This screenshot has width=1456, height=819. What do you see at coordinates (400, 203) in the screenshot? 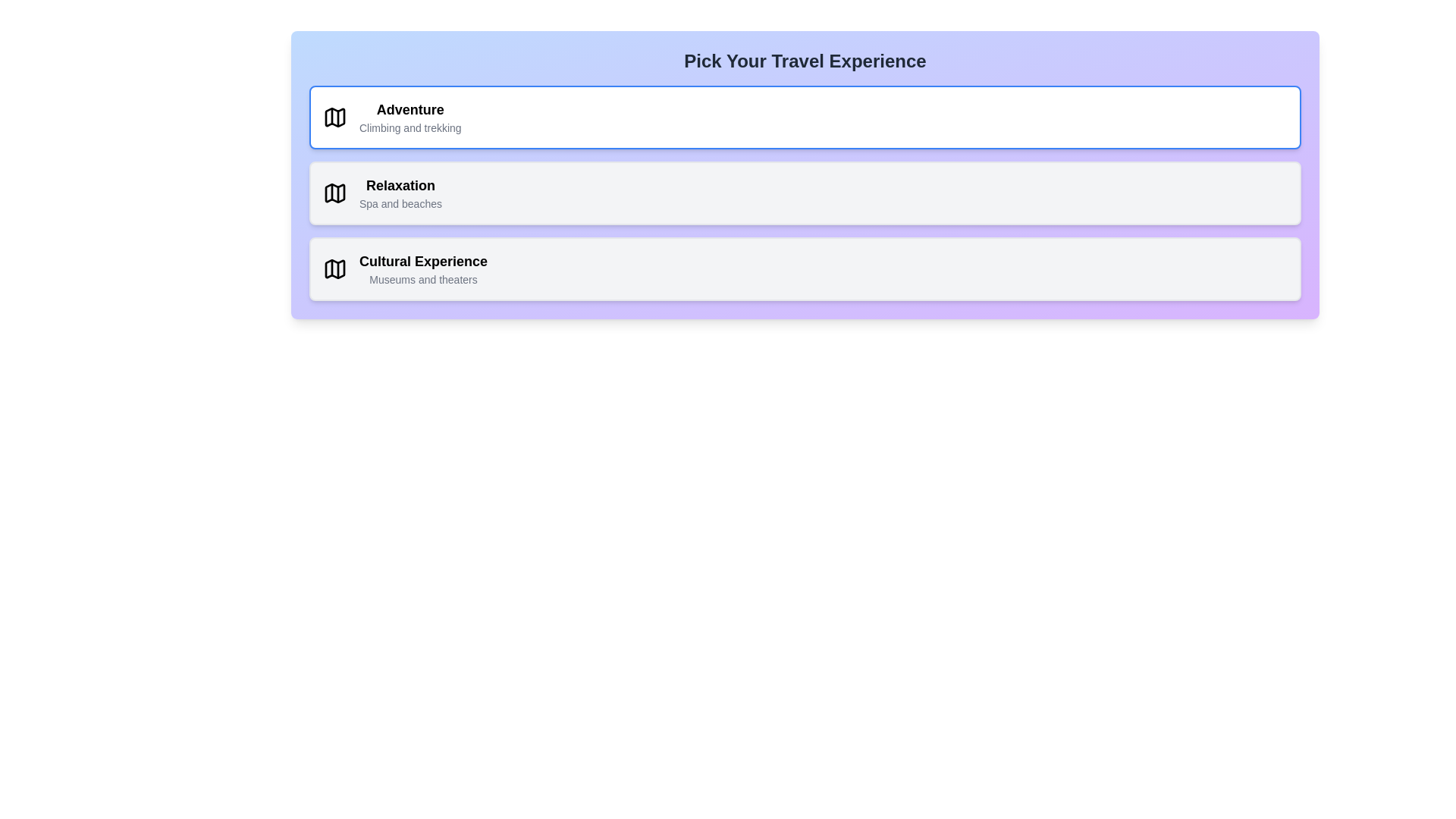
I see `the static text label indicating details about the category 'Relaxation', which is located directly below the 'Relaxation' label in the second card of the three-card layout` at bounding box center [400, 203].